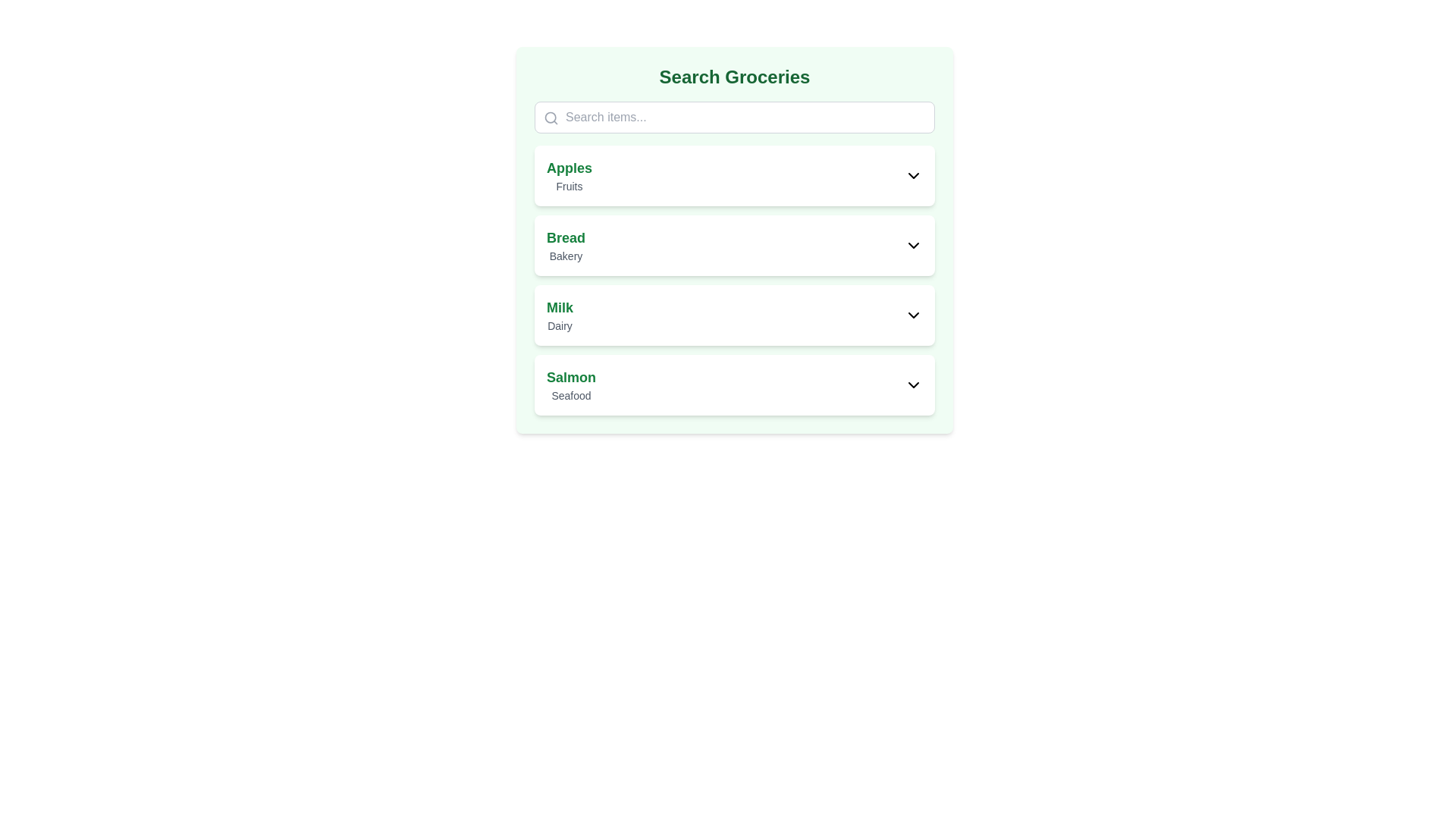  I want to click on the downward-pointing chevron icon located to the right of the 'Apples' item in the list, so click(912, 174).